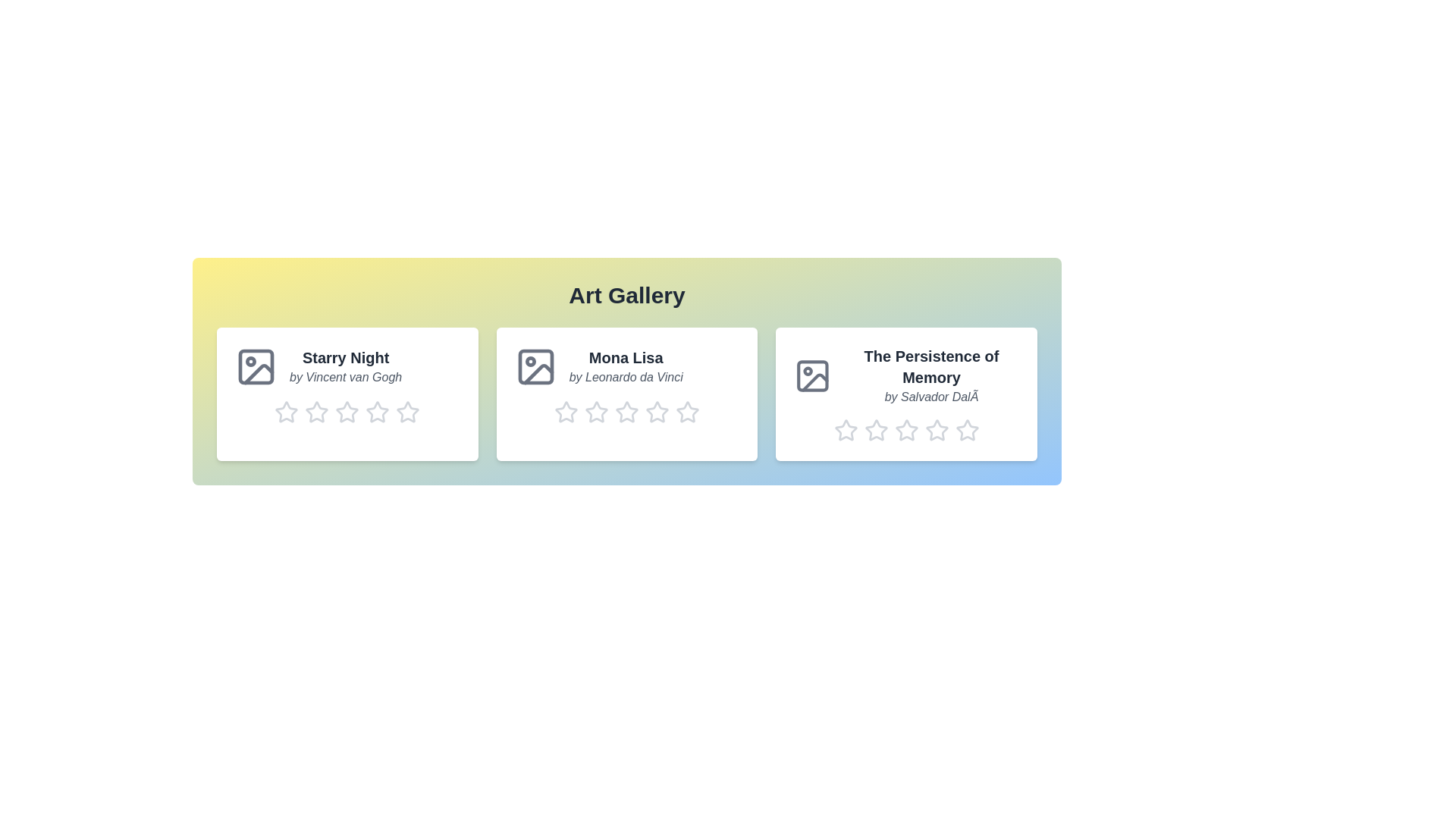 The height and width of the screenshot is (819, 1456). What do you see at coordinates (407, 412) in the screenshot?
I see `the rating for the artwork 'Starry Night' to 5 stars` at bounding box center [407, 412].